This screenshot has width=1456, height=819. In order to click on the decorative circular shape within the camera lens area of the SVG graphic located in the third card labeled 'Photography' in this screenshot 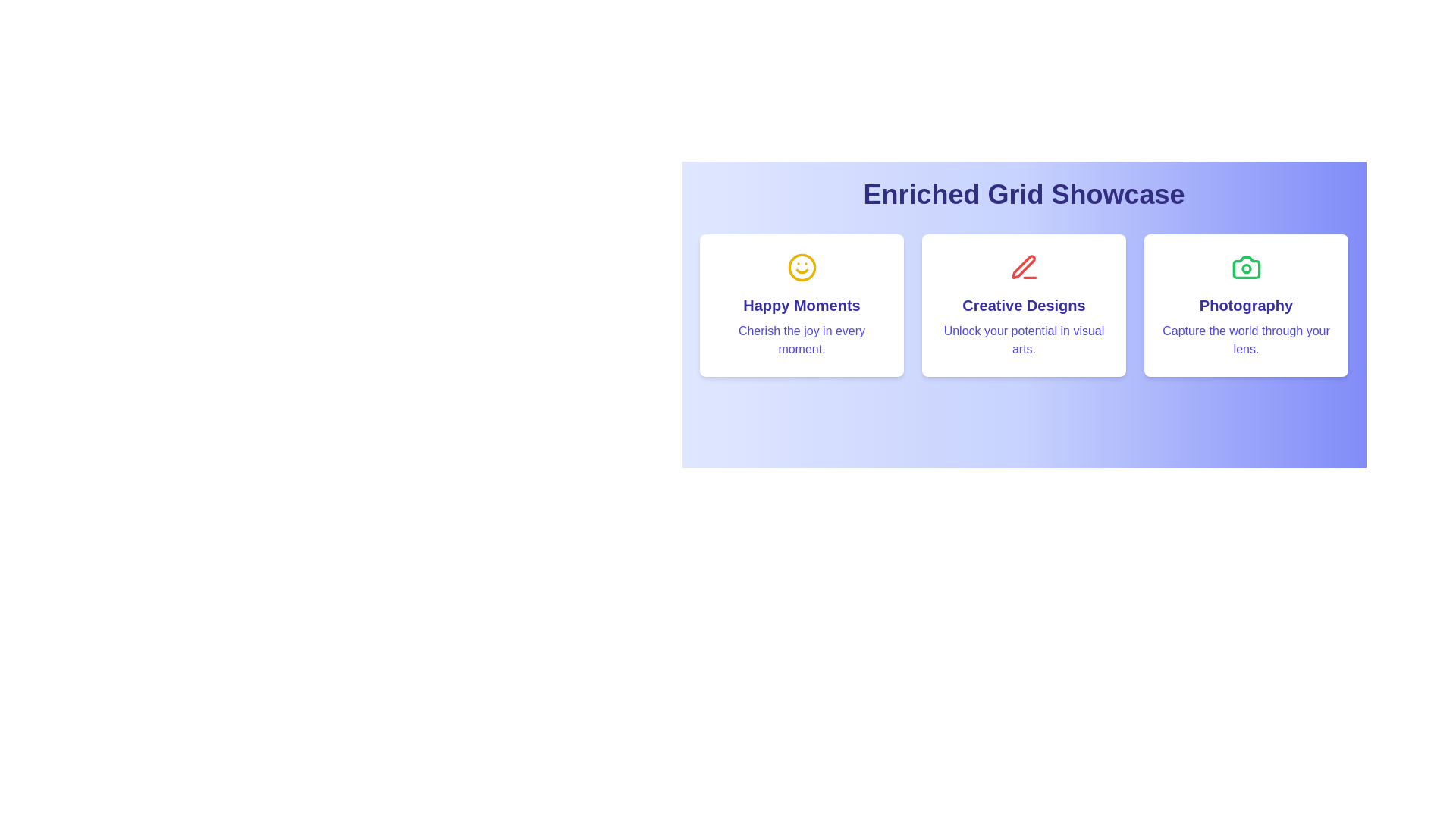, I will do `click(1246, 268)`.